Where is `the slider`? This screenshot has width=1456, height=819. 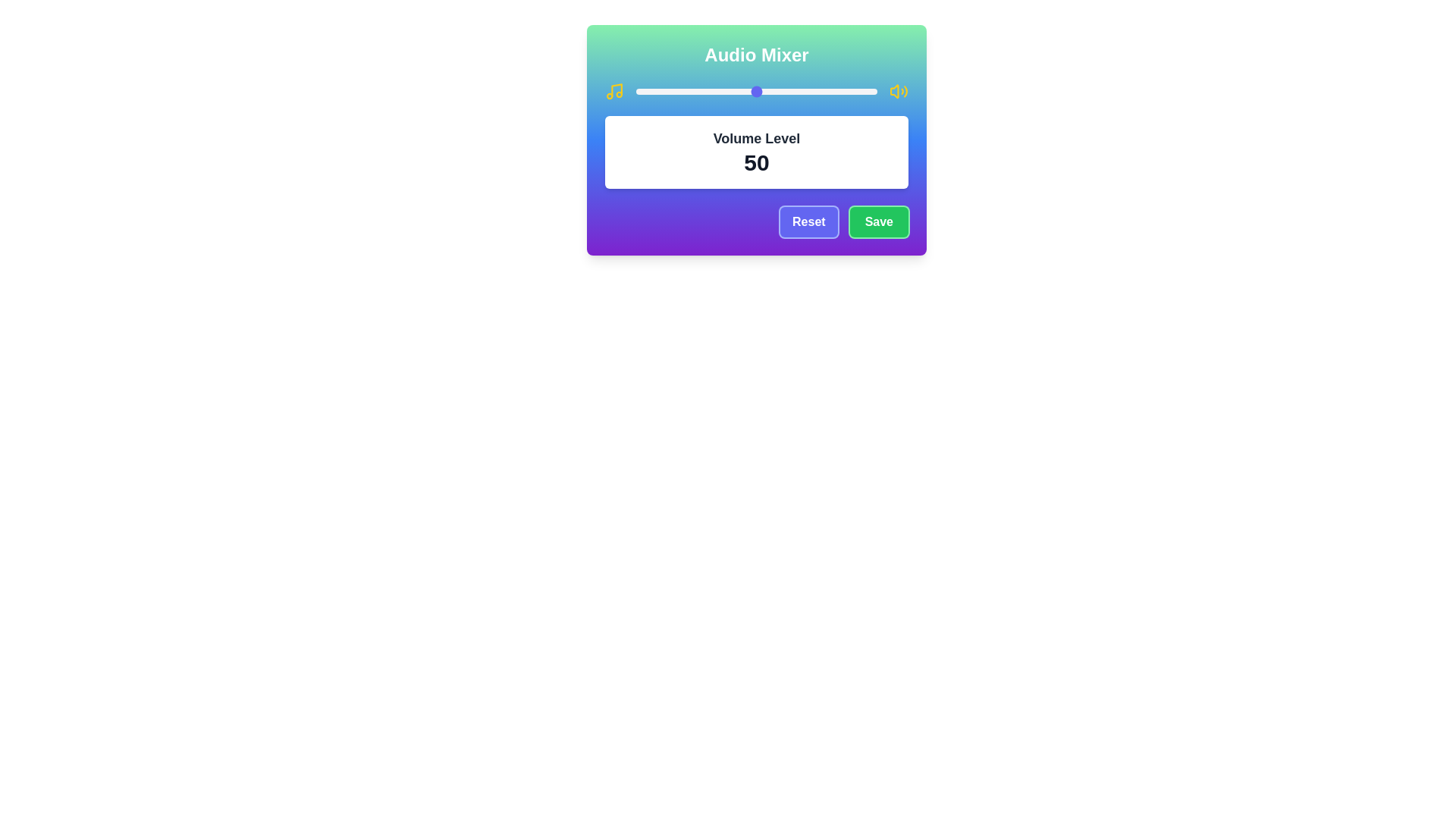 the slider is located at coordinates (778, 91).